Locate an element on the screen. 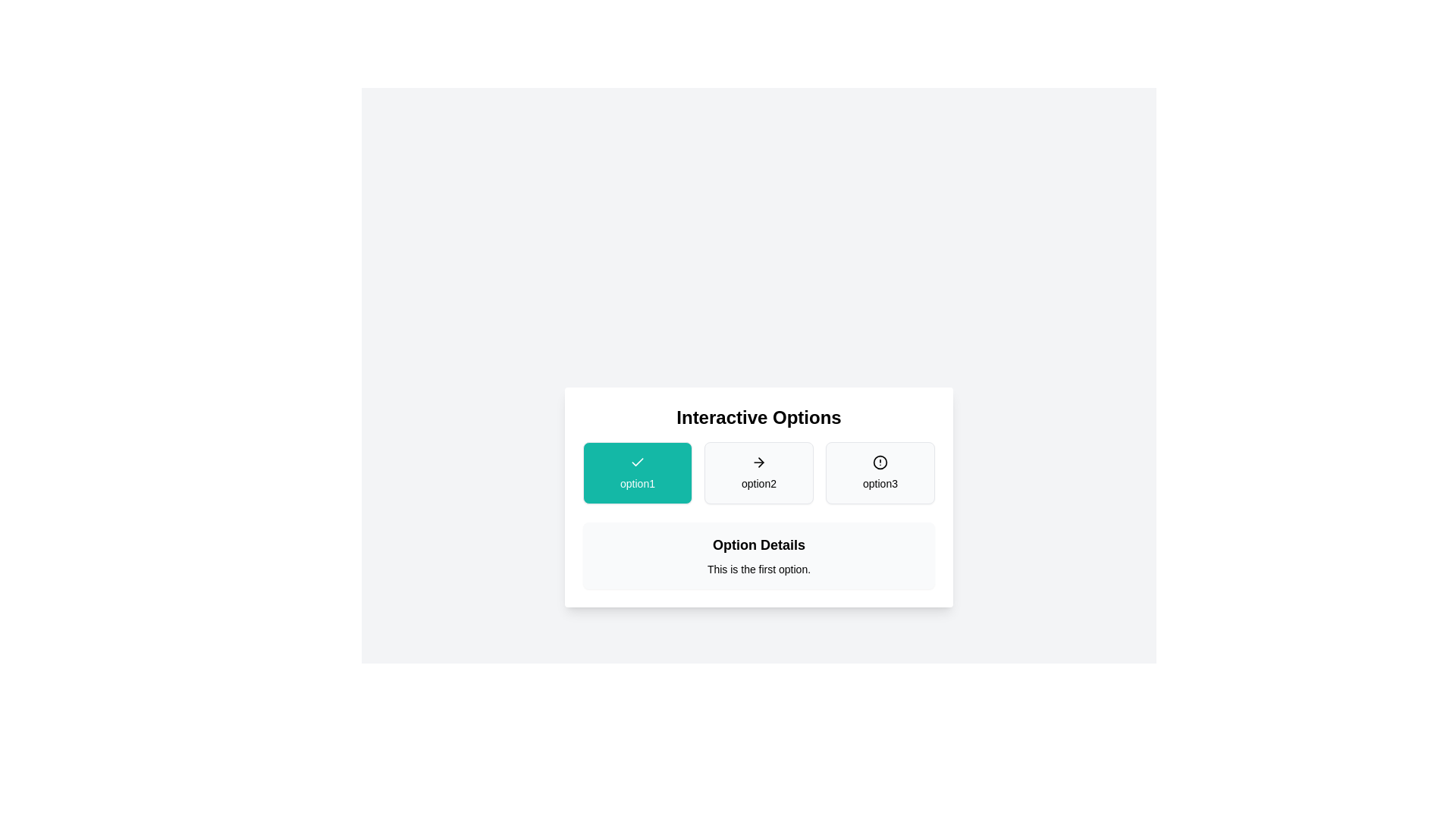 The height and width of the screenshot is (819, 1456). the button labeled 'option3' is located at coordinates (880, 472).